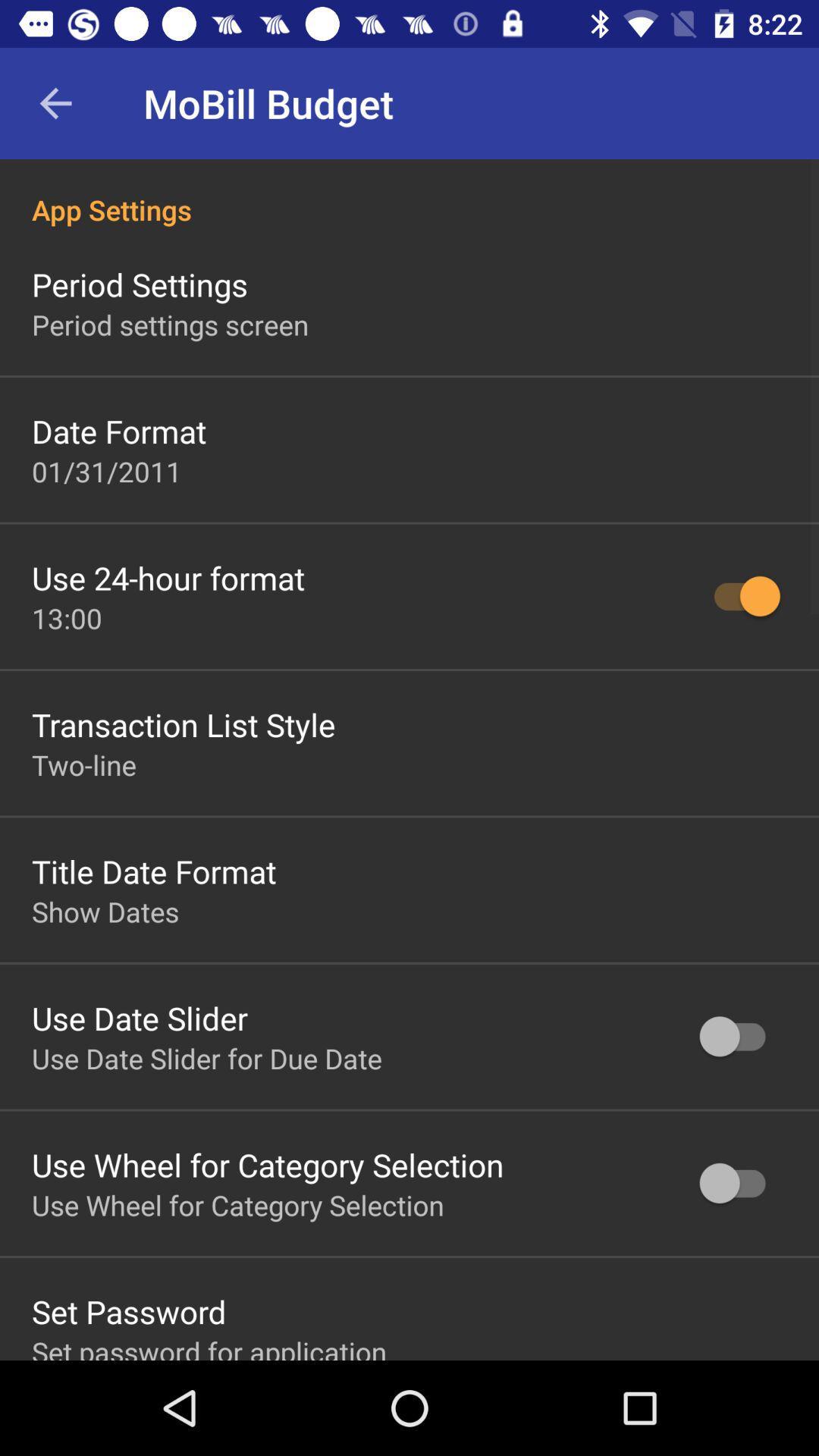 The image size is (819, 1456). Describe the element at coordinates (105, 911) in the screenshot. I see `item below the title date format` at that location.